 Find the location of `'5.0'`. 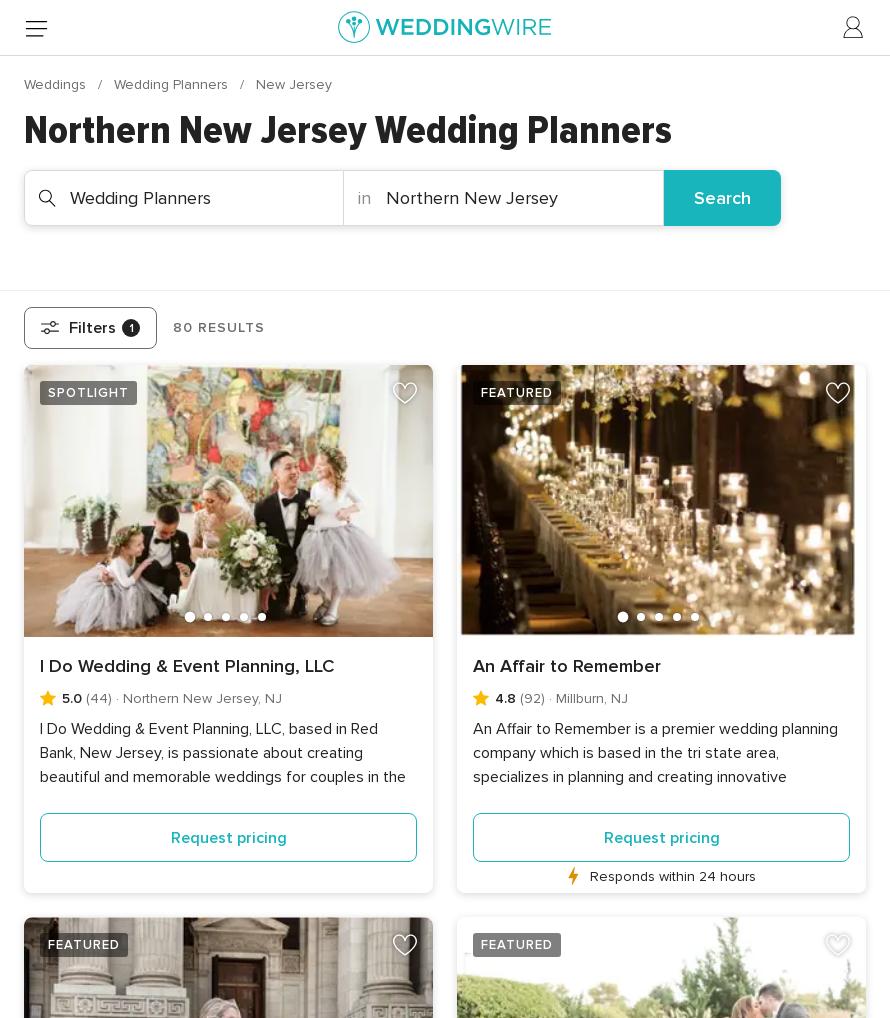

'5.0' is located at coordinates (60, 698).